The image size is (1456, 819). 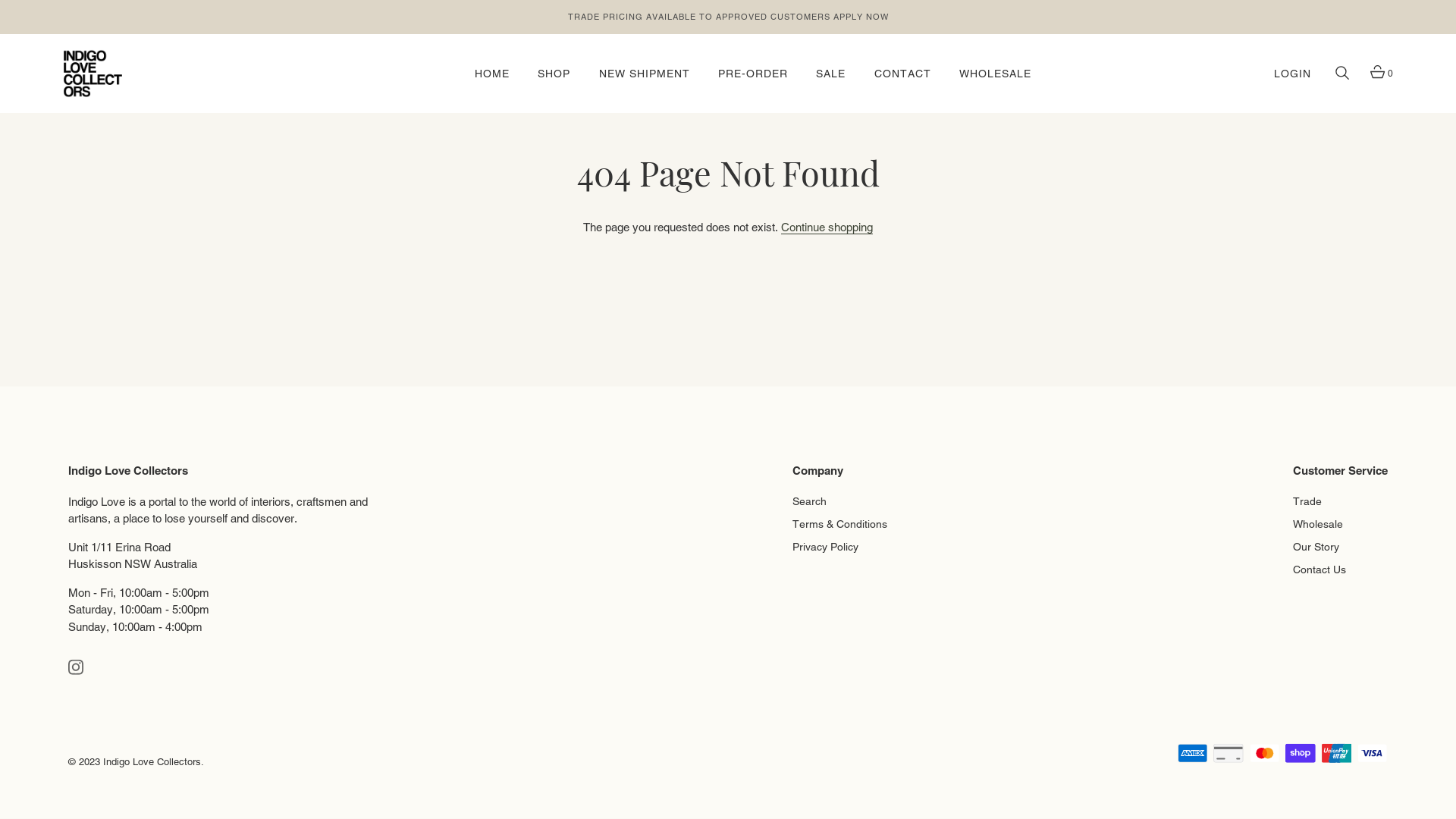 I want to click on 'Instagram', so click(x=67, y=665).